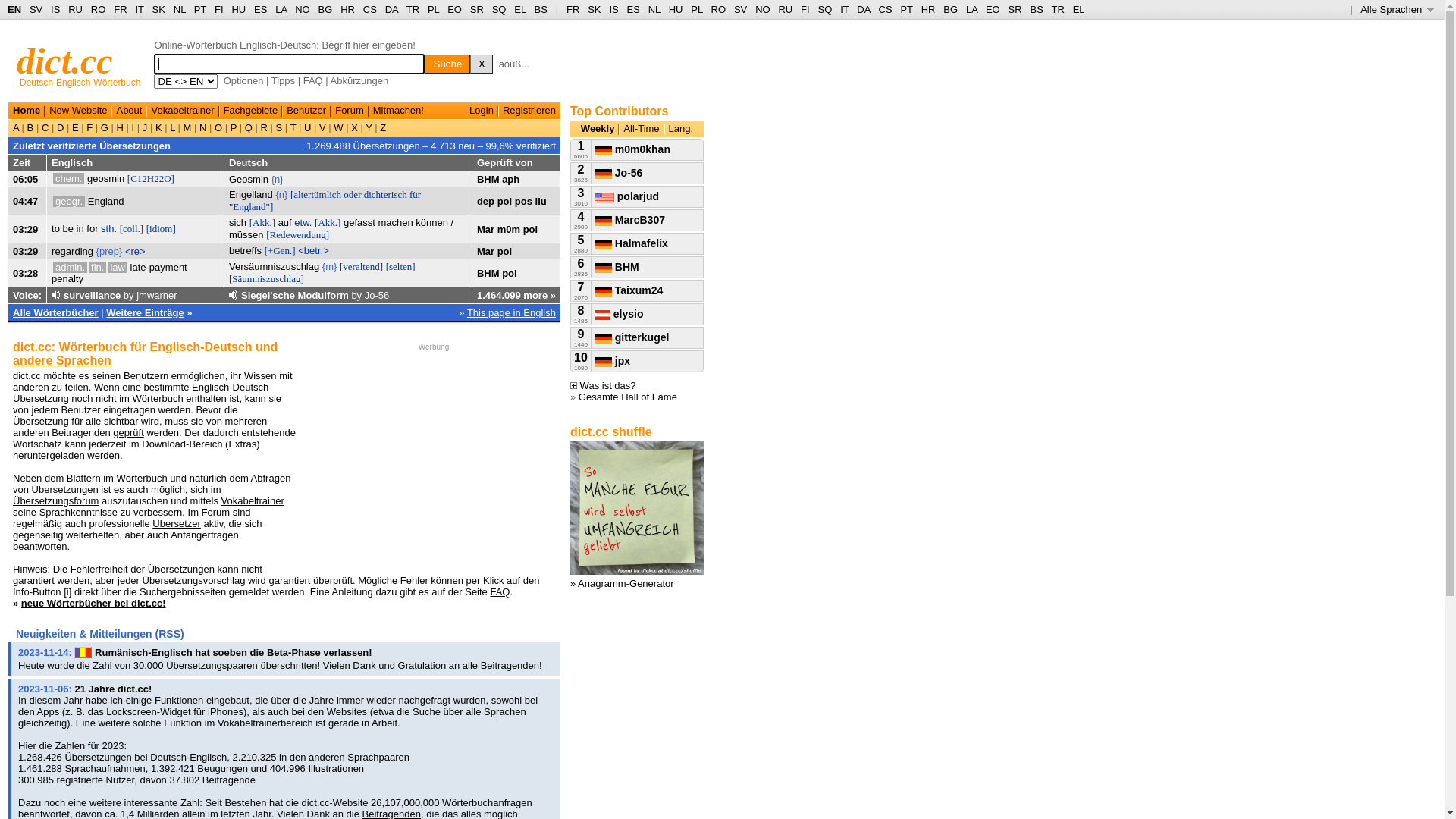  What do you see at coordinates (949, 9) in the screenshot?
I see `'BG'` at bounding box center [949, 9].